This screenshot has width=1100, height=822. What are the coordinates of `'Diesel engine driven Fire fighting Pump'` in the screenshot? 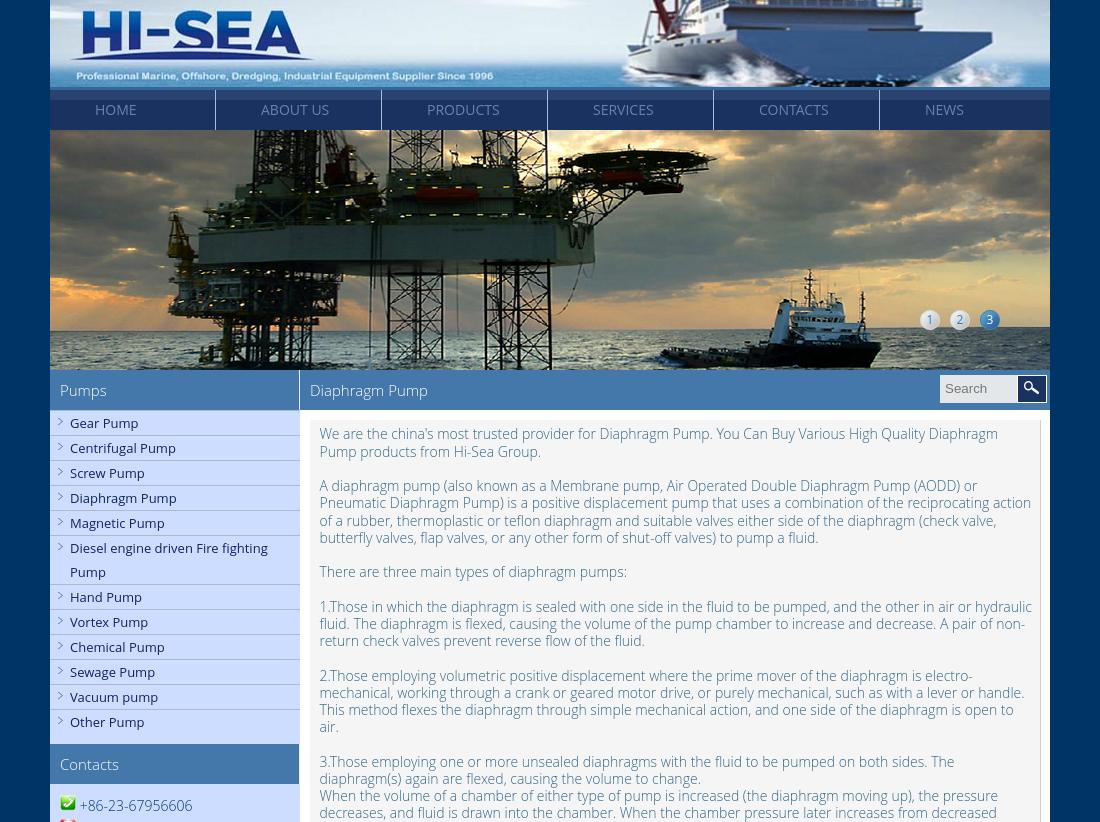 It's located at (167, 560).